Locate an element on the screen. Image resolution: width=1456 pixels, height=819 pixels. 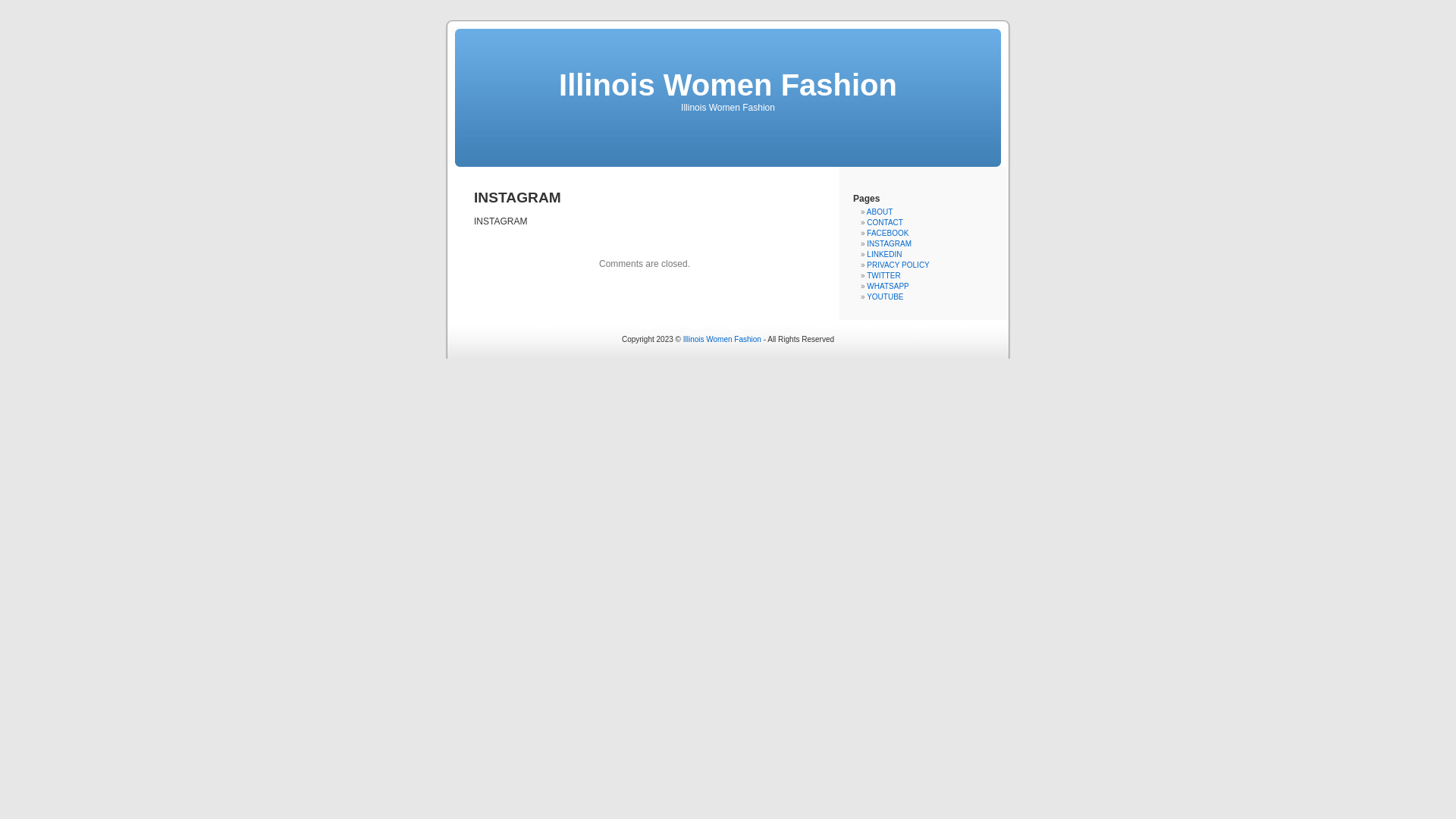
'Illinois Women Fashion' is located at coordinates (721, 338).